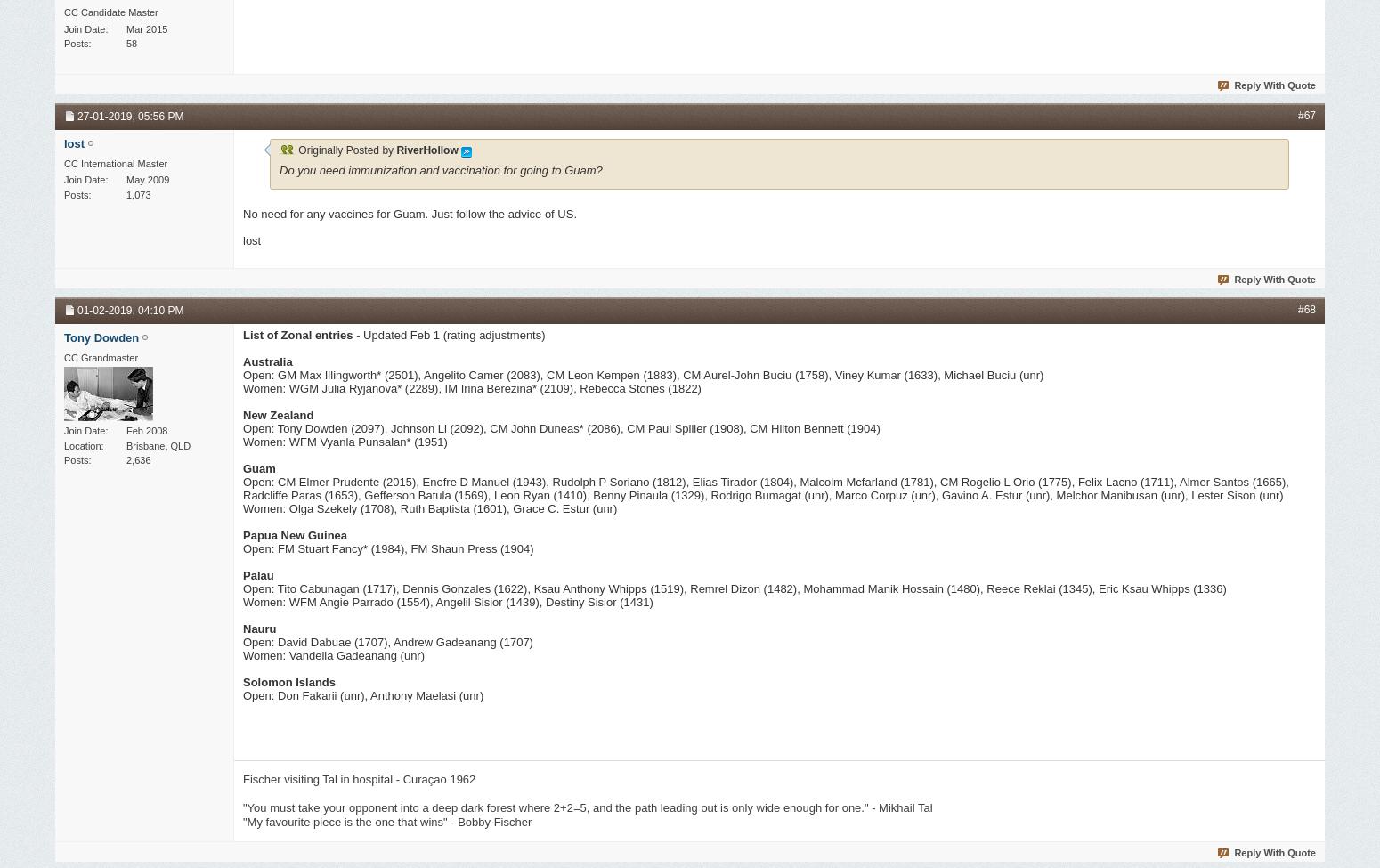 The height and width of the screenshot is (868, 1380). Describe the element at coordinates (147, 180) in the screenshot. I see `'May 2009'` at that location.